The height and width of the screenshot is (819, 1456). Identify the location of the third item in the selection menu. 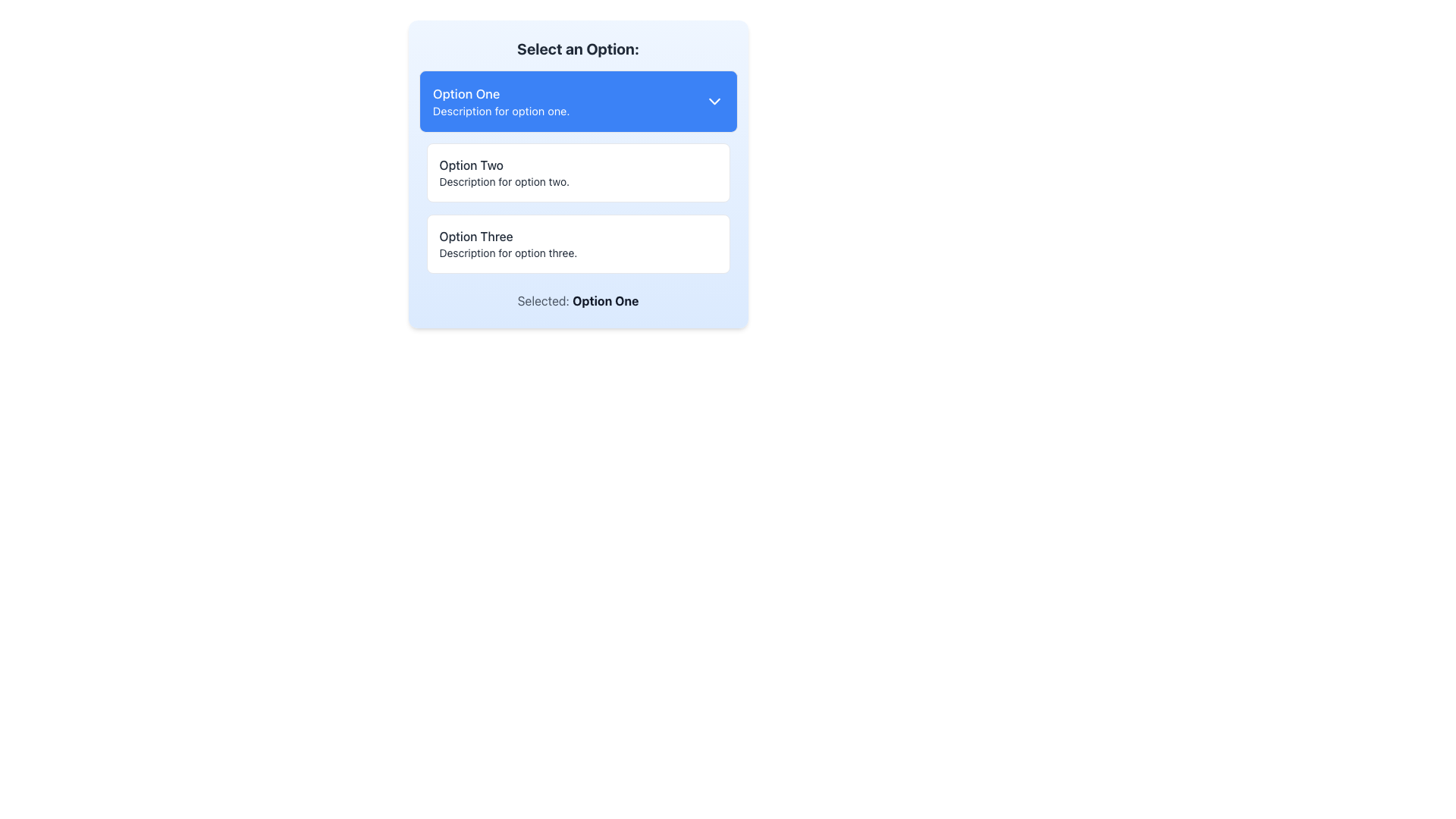
(577, 243).